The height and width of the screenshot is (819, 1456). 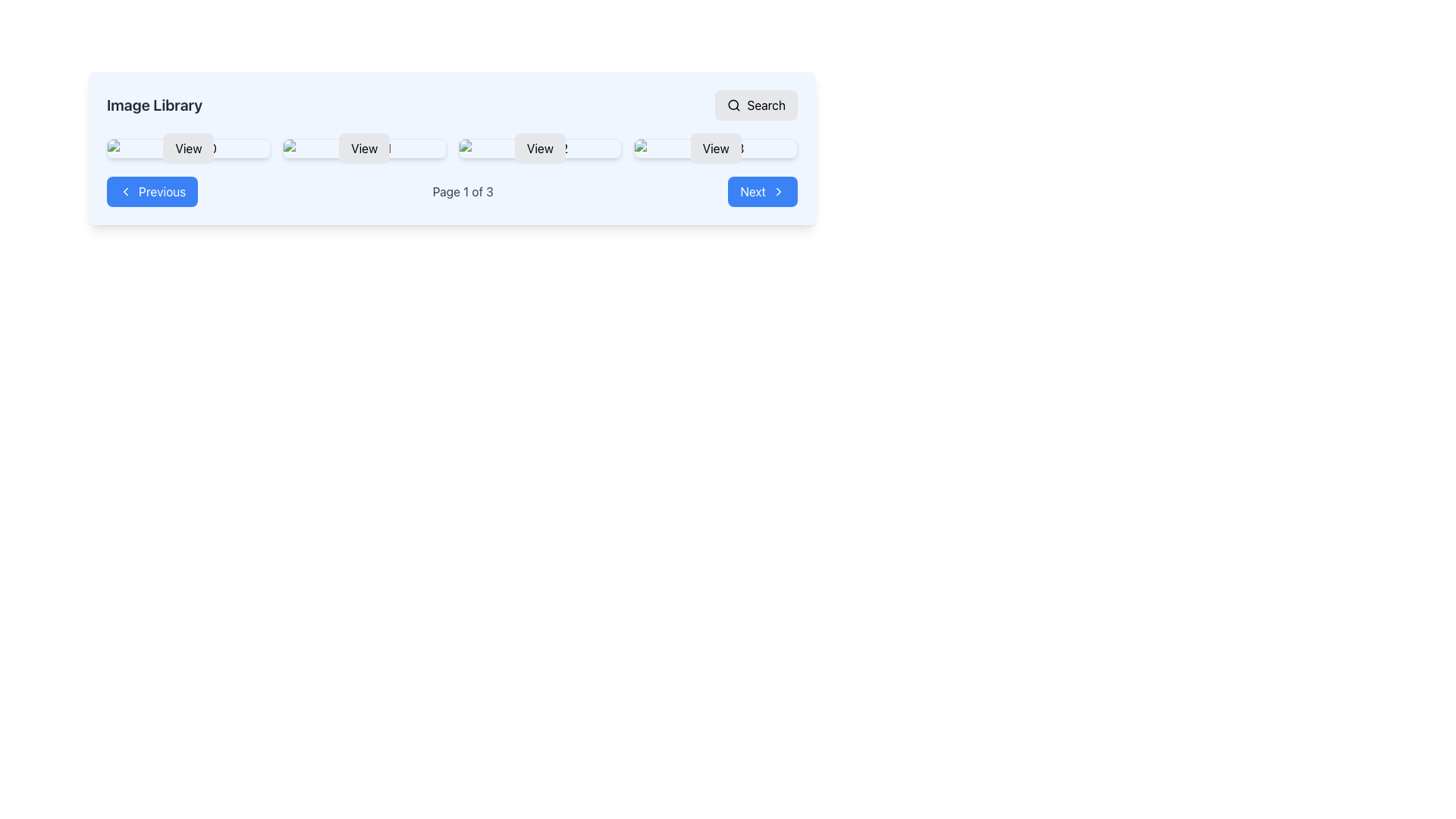 What do you see at coordinates (540, 149) in the screenshot?
I see `the button in the third column of the grid layout` at bounding box center [540, 149].